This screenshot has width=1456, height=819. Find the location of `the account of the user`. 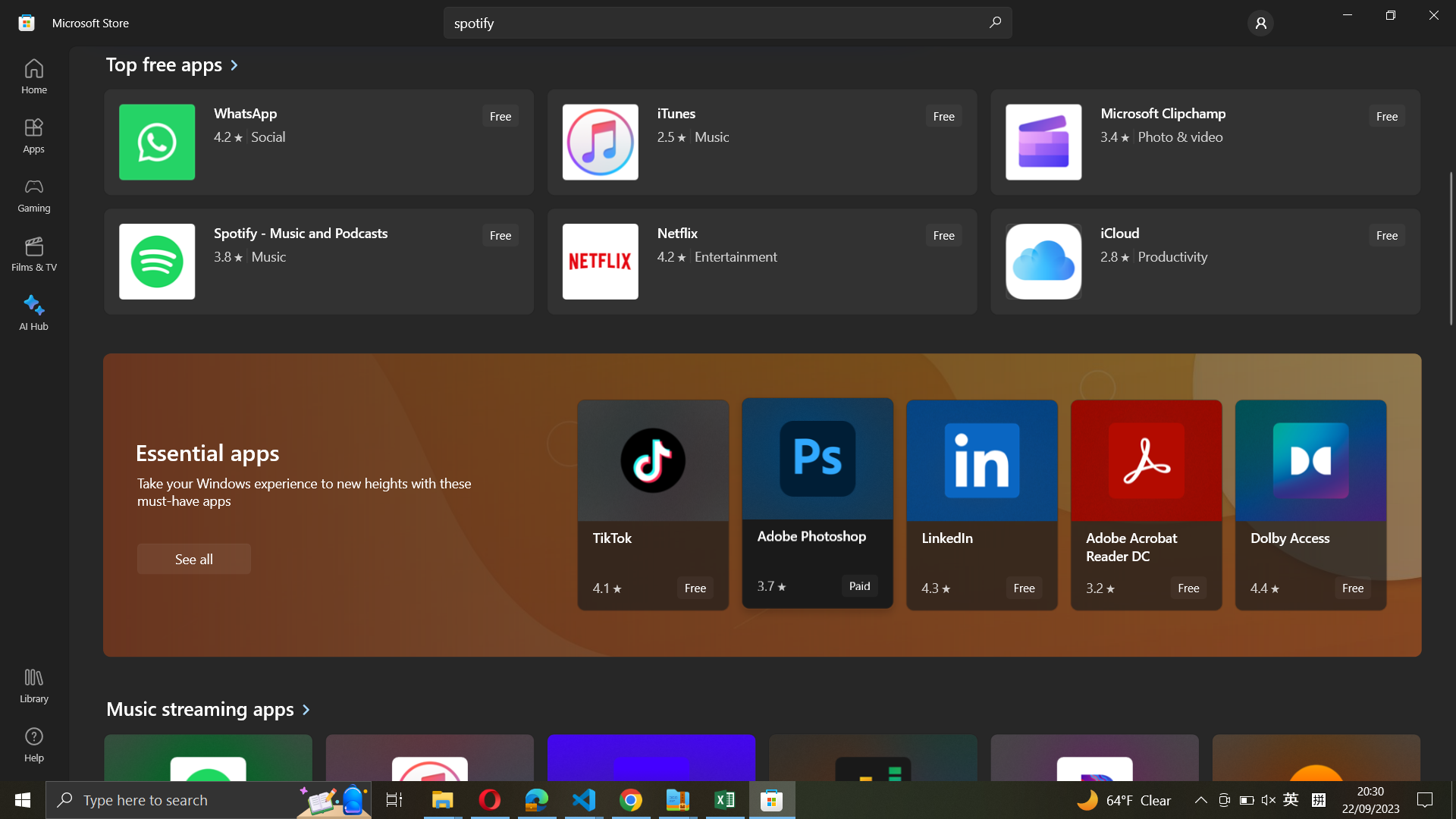

the account of the user is located at coordinates (1260, 22).